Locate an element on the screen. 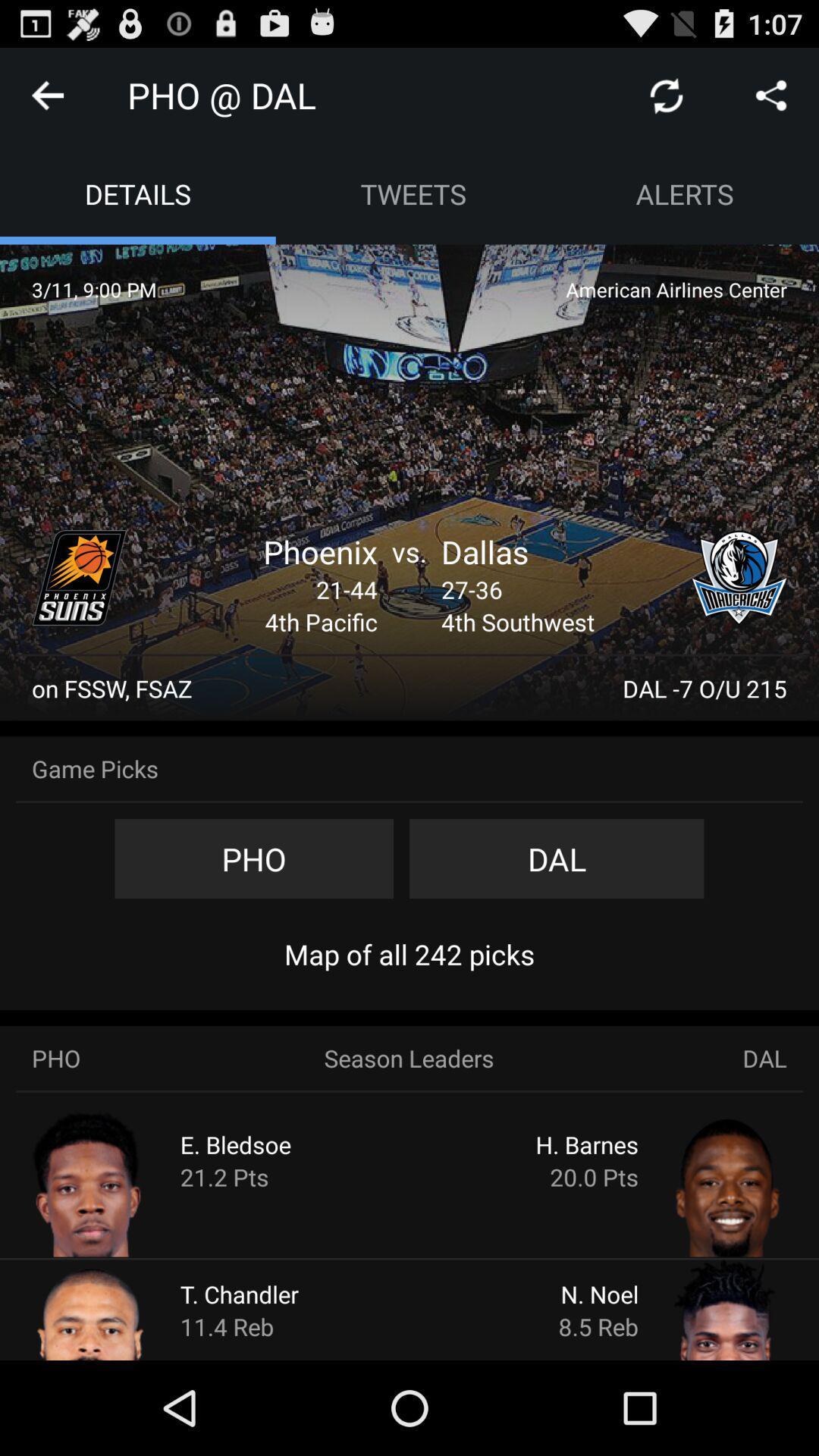 The image size is (819, 1456). player profile is located at coordinates (118, 1308).